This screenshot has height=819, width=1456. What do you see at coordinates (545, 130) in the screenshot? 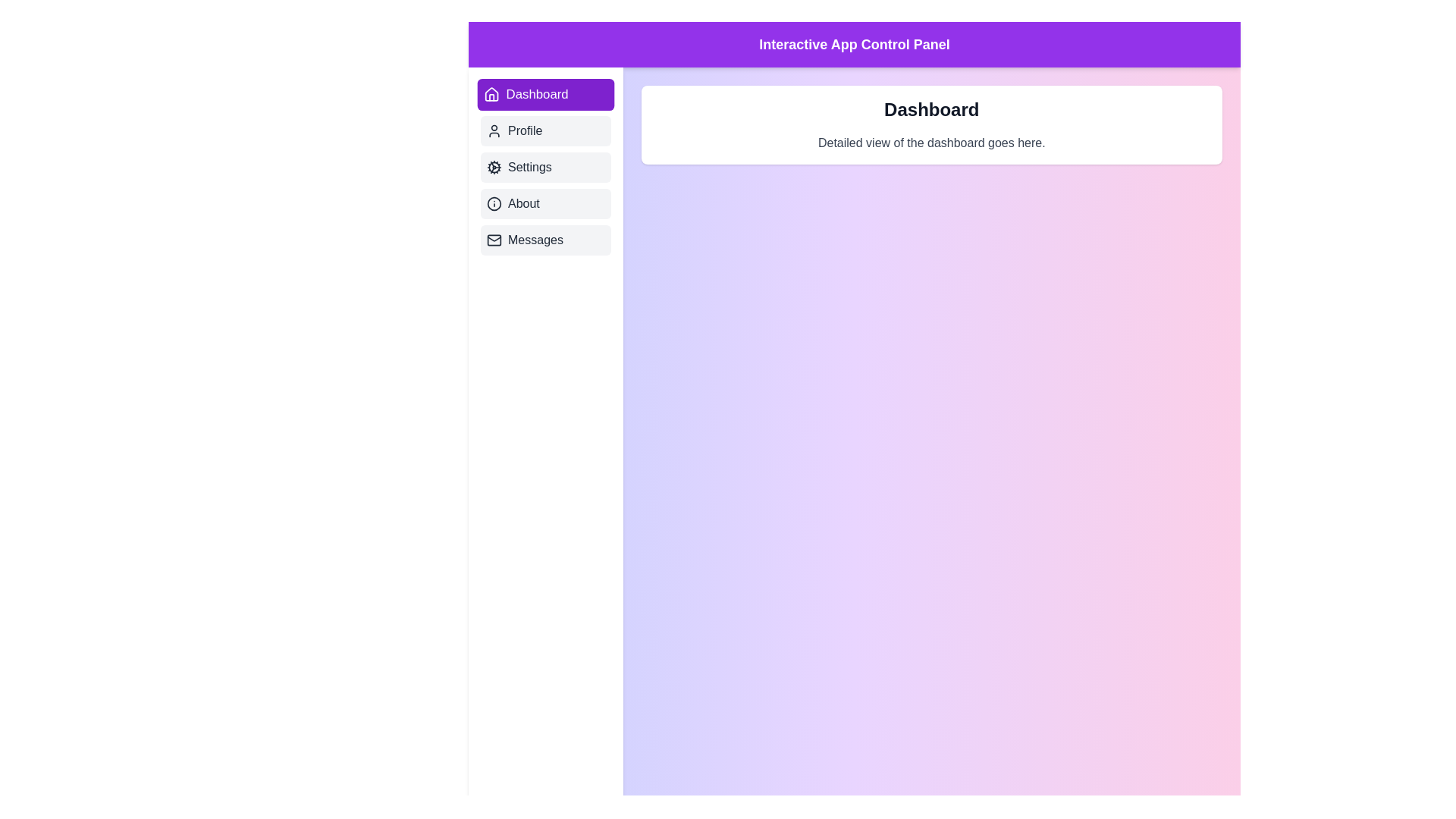
I see `the tab labeled Profile to display its content` at bounding box center [545, 130].